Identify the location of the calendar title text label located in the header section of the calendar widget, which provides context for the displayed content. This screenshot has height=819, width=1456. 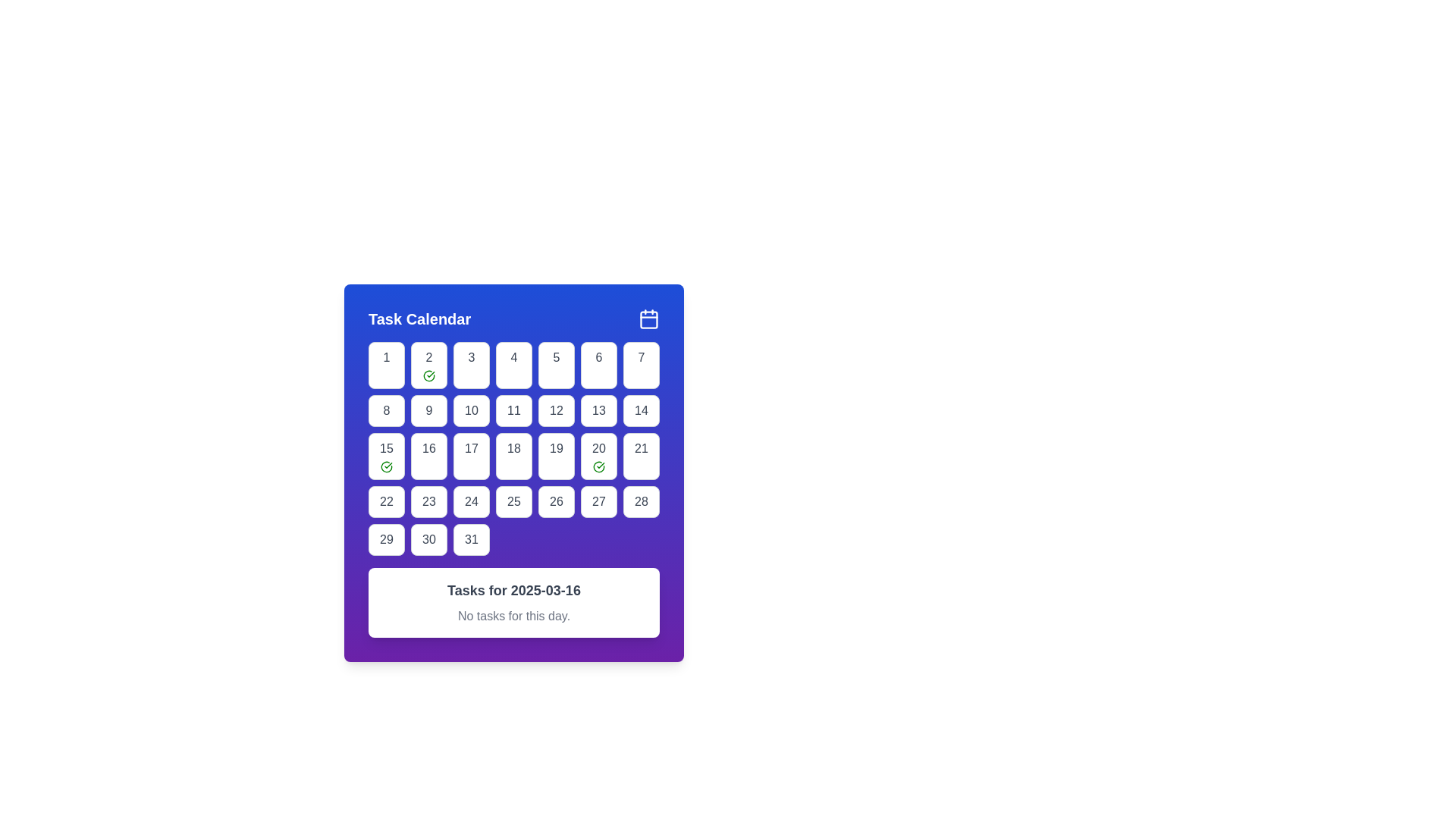
(419, 318).